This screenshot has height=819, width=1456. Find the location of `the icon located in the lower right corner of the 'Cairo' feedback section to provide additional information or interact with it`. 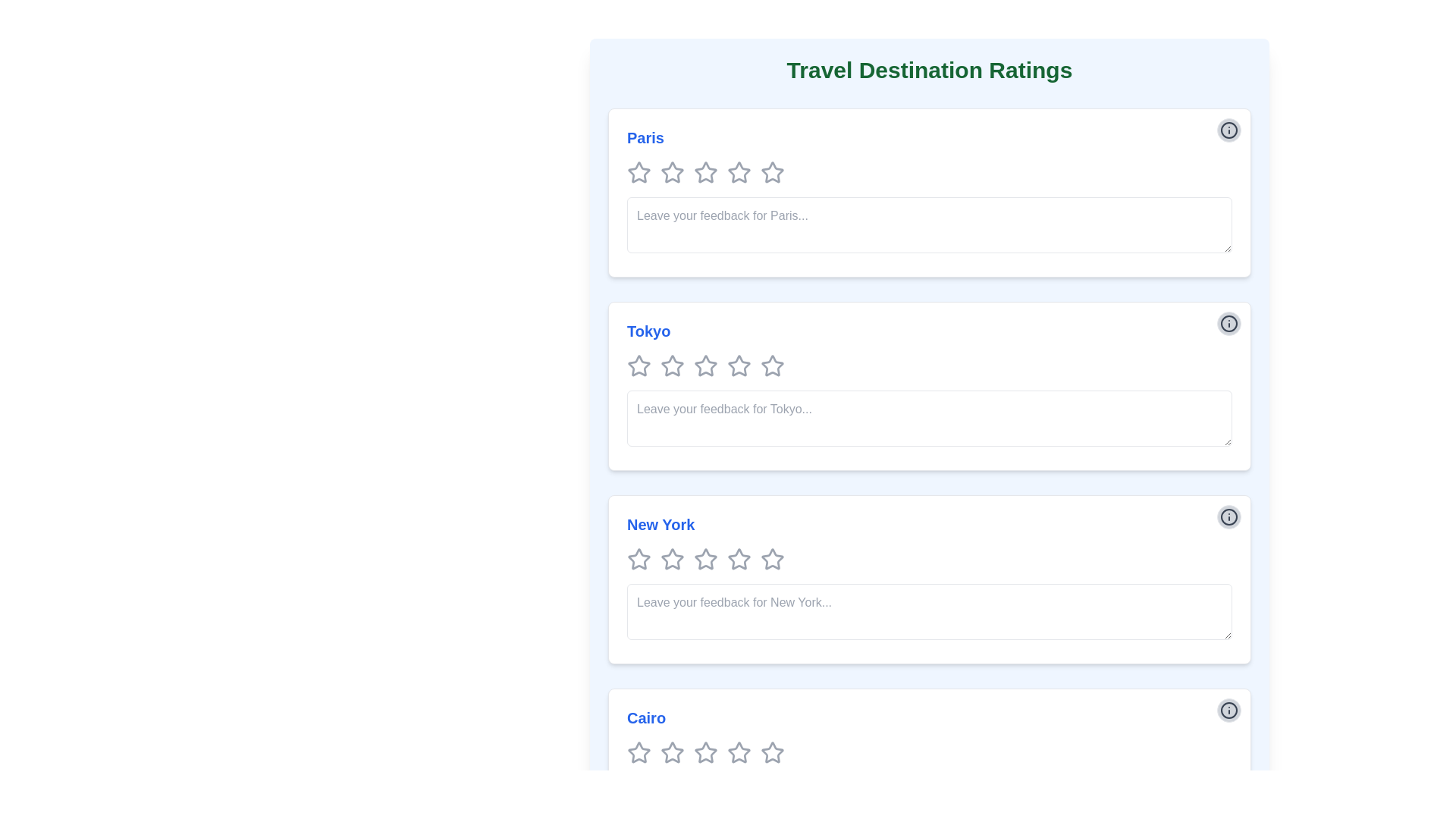

the icon located in the lower right corner of the 'Cairo' feedback section to provide additional information or interact with it is located at coordinates (1229, 711).